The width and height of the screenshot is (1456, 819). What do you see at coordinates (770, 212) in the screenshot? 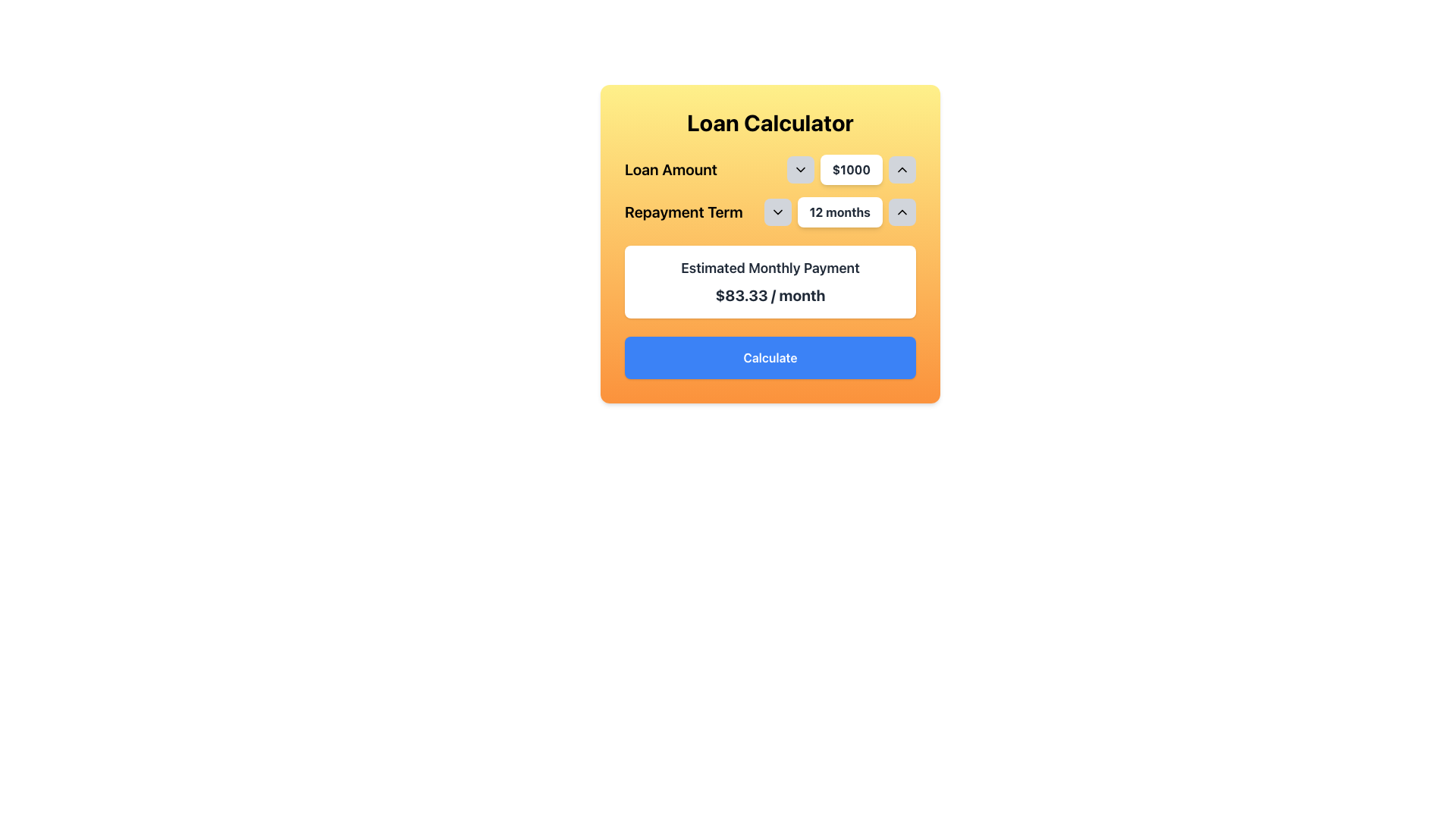
I see `the down-arrow icon within the 'Repayment Term' dropdown selector row to decrease the term value` at bounding box center [770, 212].